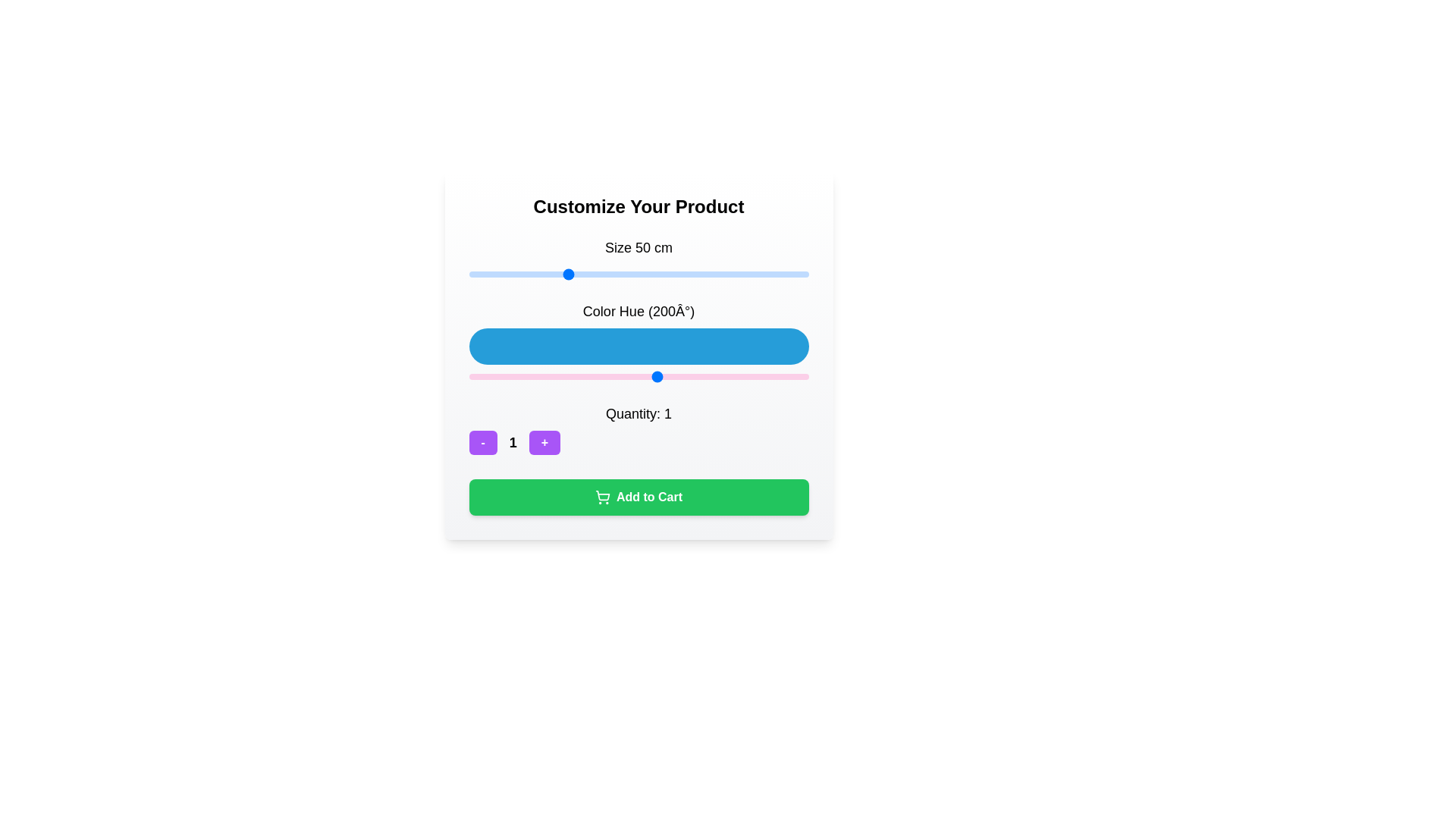 This screenshot has height=819, width=1456. What do you see at coordinates (649, 376) in the screenshot?
I see `the color hue slider` at bounding box center [649, 376].